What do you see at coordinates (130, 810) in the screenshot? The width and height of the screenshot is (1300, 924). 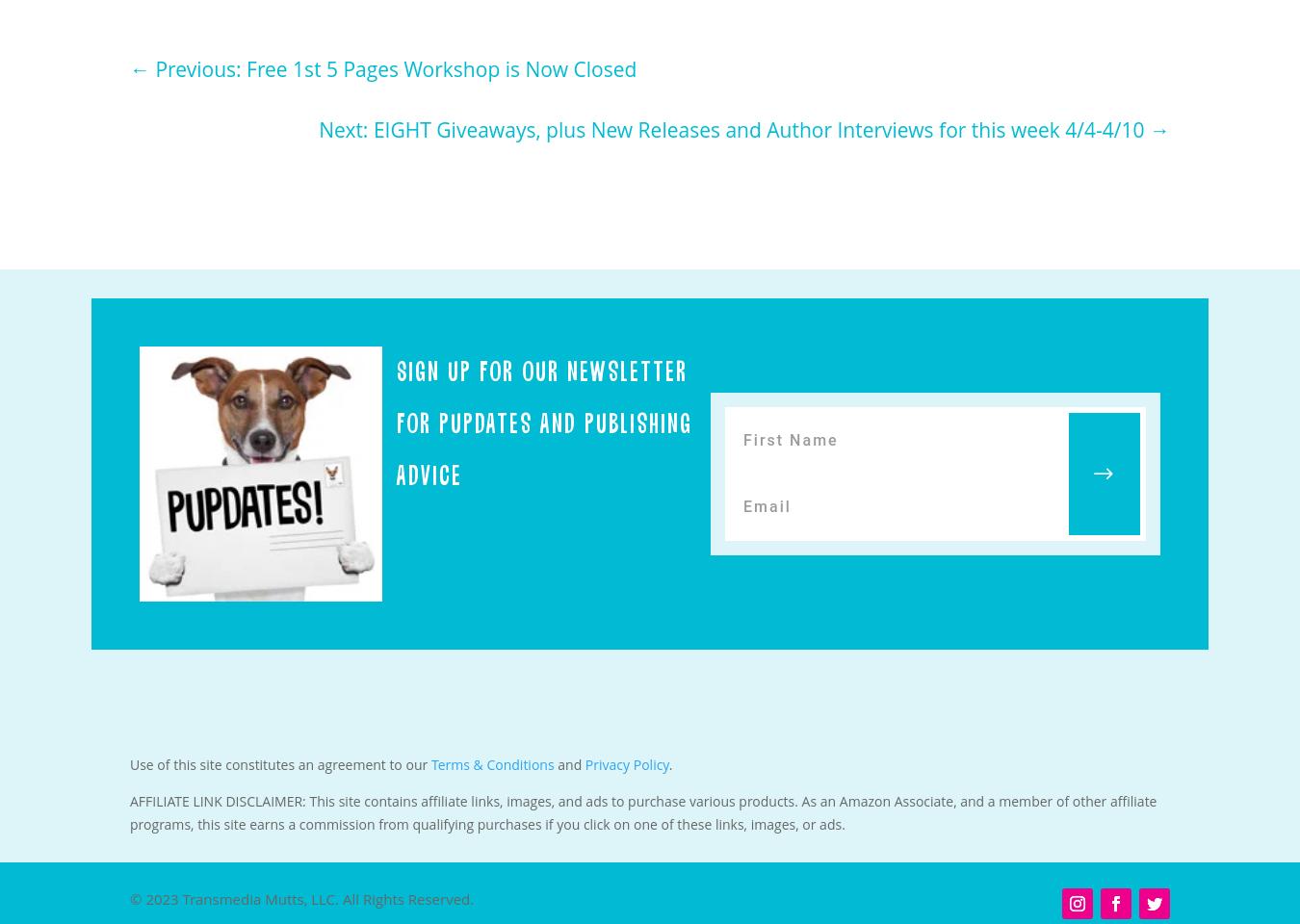 I see `'AFFILIATE LINK DISCLAIMER: This site contains affiliate links, images, and ads to purchase various products. As an Amazon Associate, and a member of other affiliate programs, this site earns a commission from qualifying purchases if you click on one of these links, images, or ads.'` at bounding box center [130, 810].